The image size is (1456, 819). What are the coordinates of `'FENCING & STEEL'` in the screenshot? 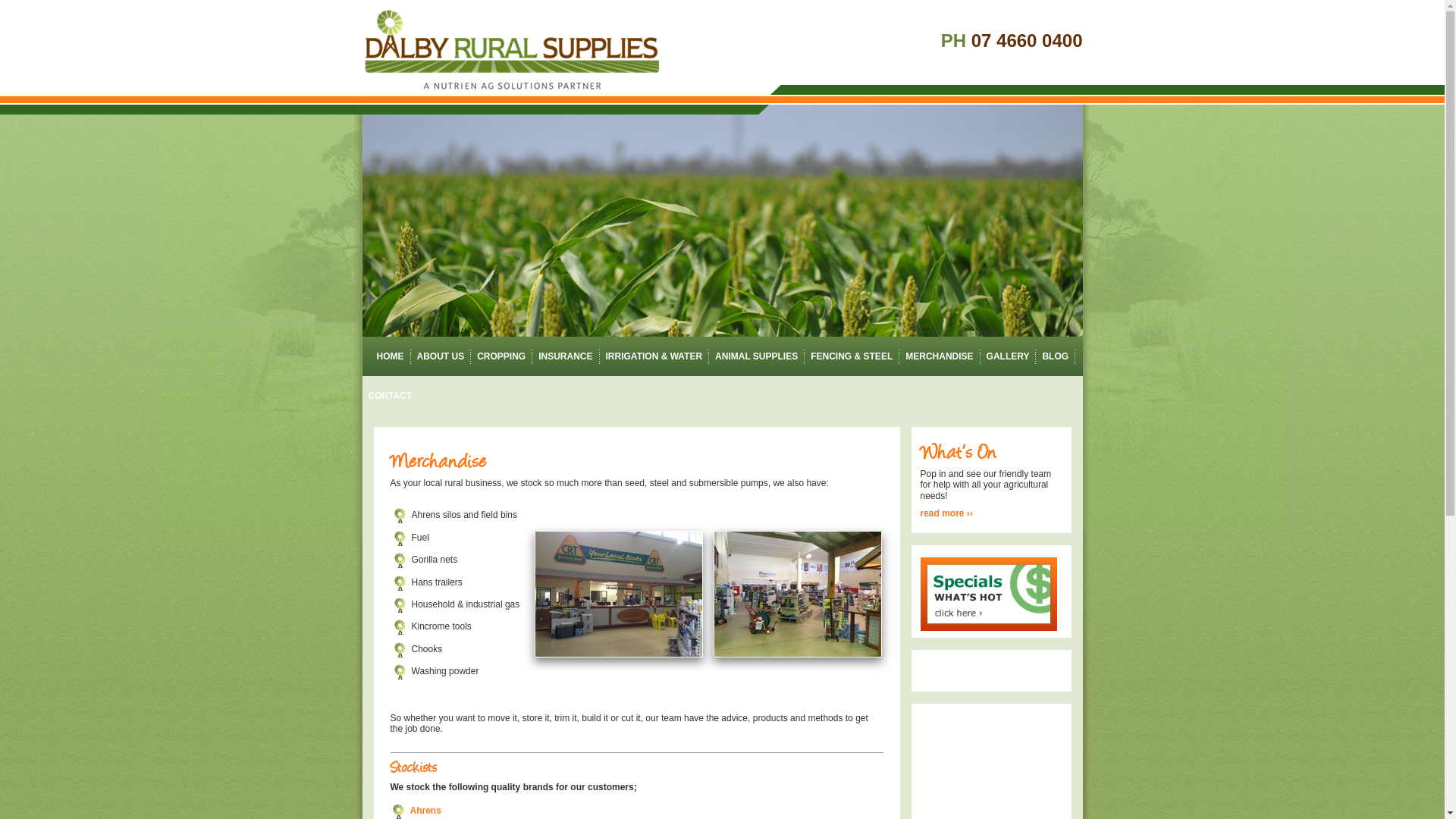 It's located at (852, 356).